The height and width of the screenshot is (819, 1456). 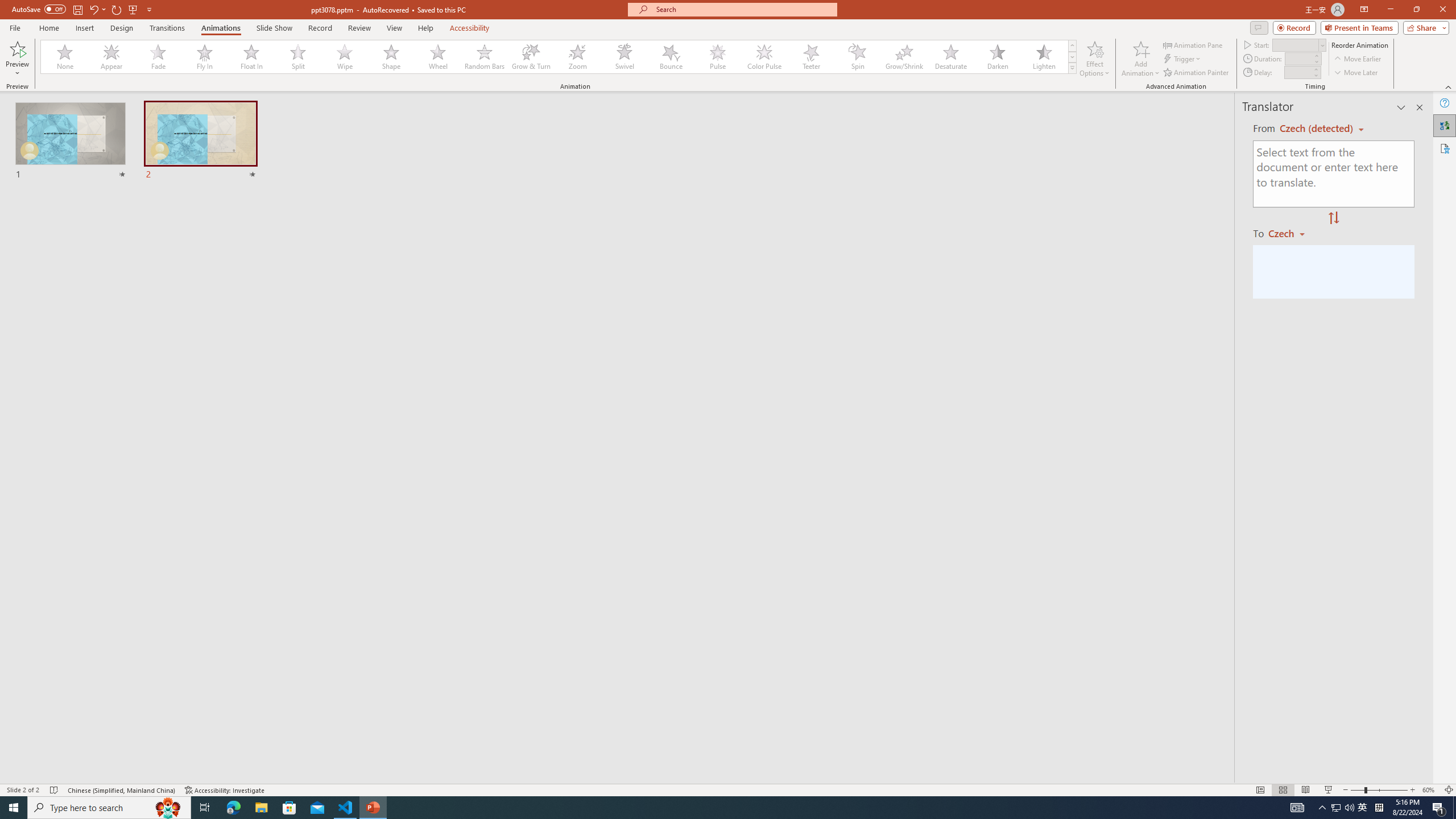 What do you see at coordinates (391, 56) in the screenshot?
I see `'Shape'` at bounding box center [391, 56].